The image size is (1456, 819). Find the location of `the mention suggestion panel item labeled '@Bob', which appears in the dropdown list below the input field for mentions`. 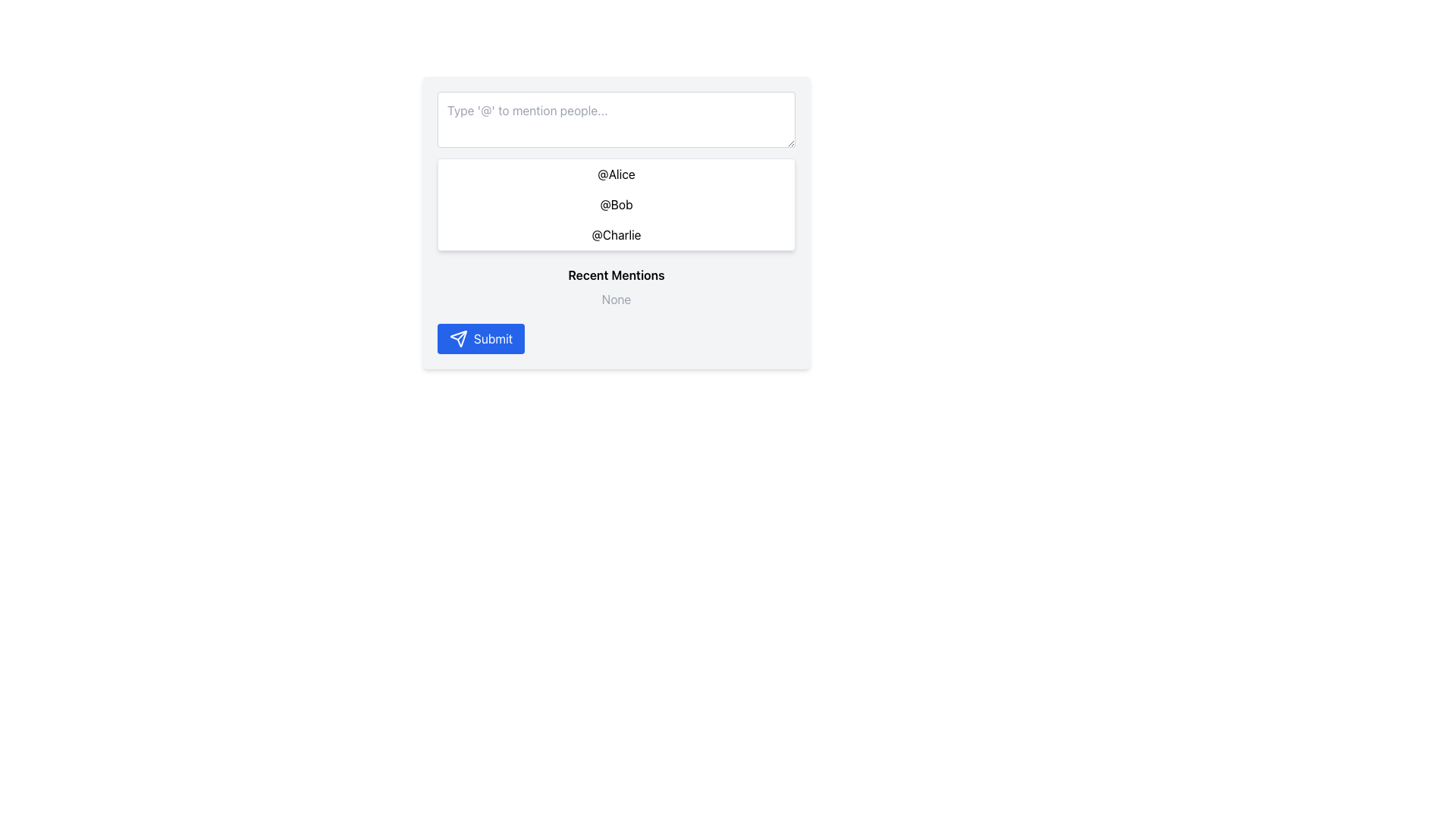

the mention suggestion panel item labeled '@Bob', which appears in the dropdown list below the input field for mentions is located at coordinates (616, 205).